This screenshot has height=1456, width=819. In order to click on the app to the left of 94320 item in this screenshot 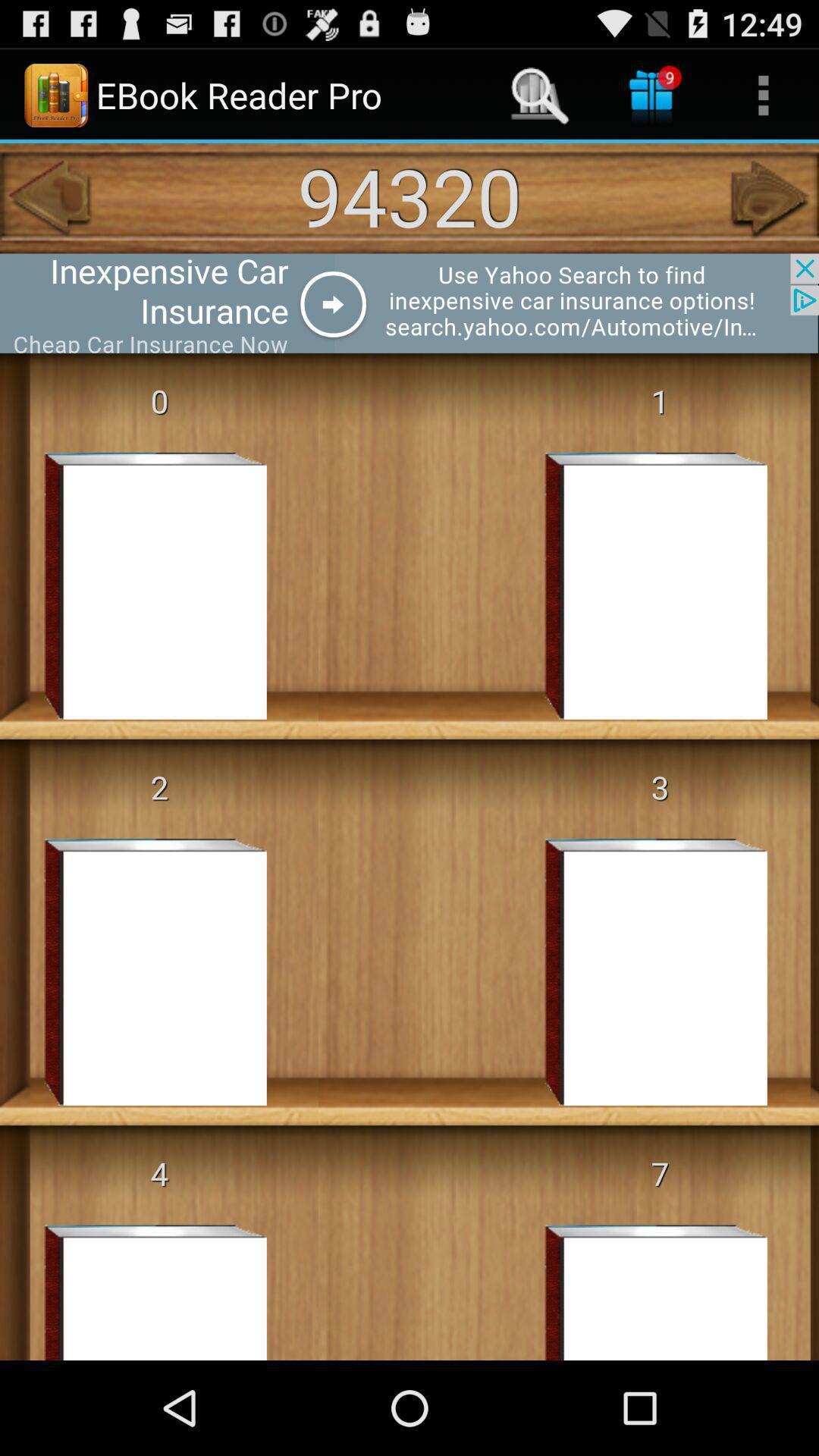, I will do `click(46, 197)`.